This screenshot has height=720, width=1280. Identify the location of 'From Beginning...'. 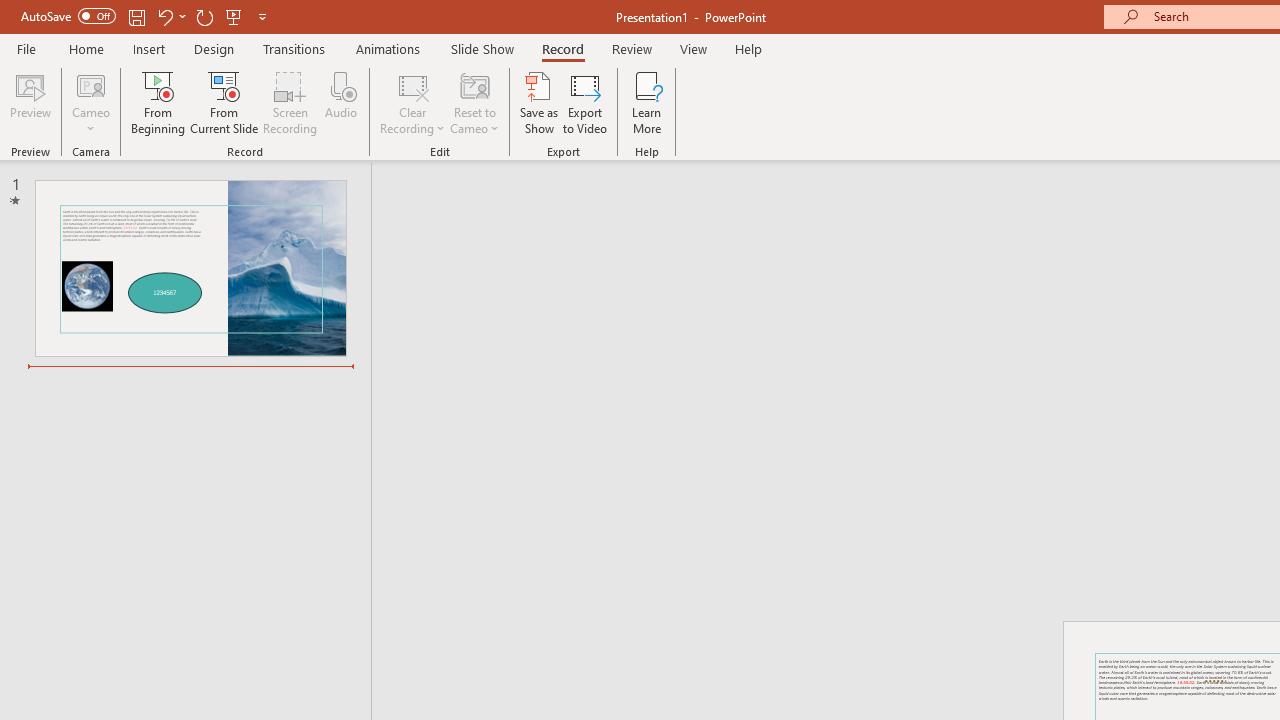
(157, 103).